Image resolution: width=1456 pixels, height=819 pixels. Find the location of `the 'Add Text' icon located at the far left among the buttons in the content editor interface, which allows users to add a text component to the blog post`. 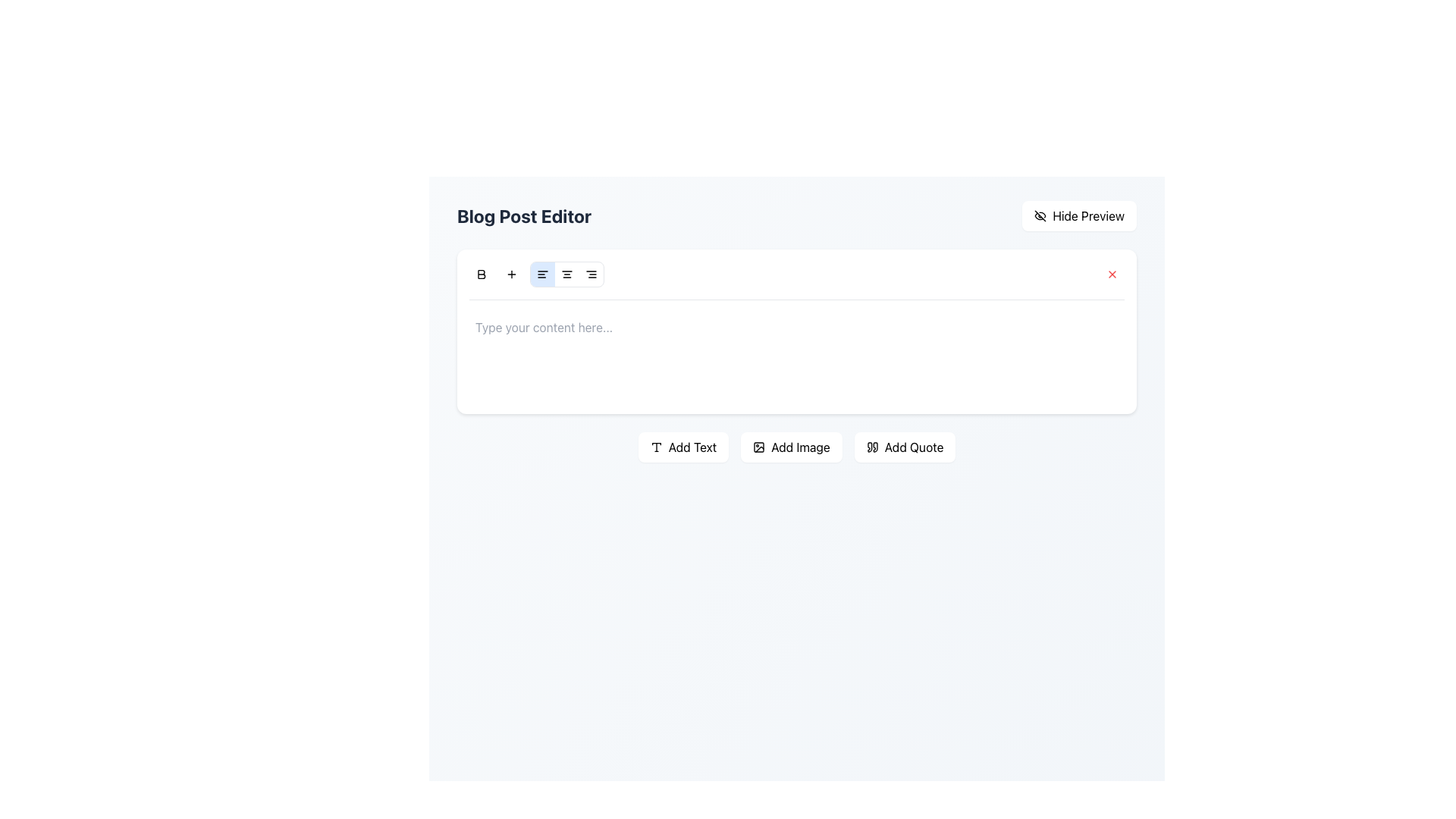

the 'Add Text' icon located at the far left among the buttons in the content editor interface, which allows users to add a text component to the blog post is located at coordinates (656, 447).